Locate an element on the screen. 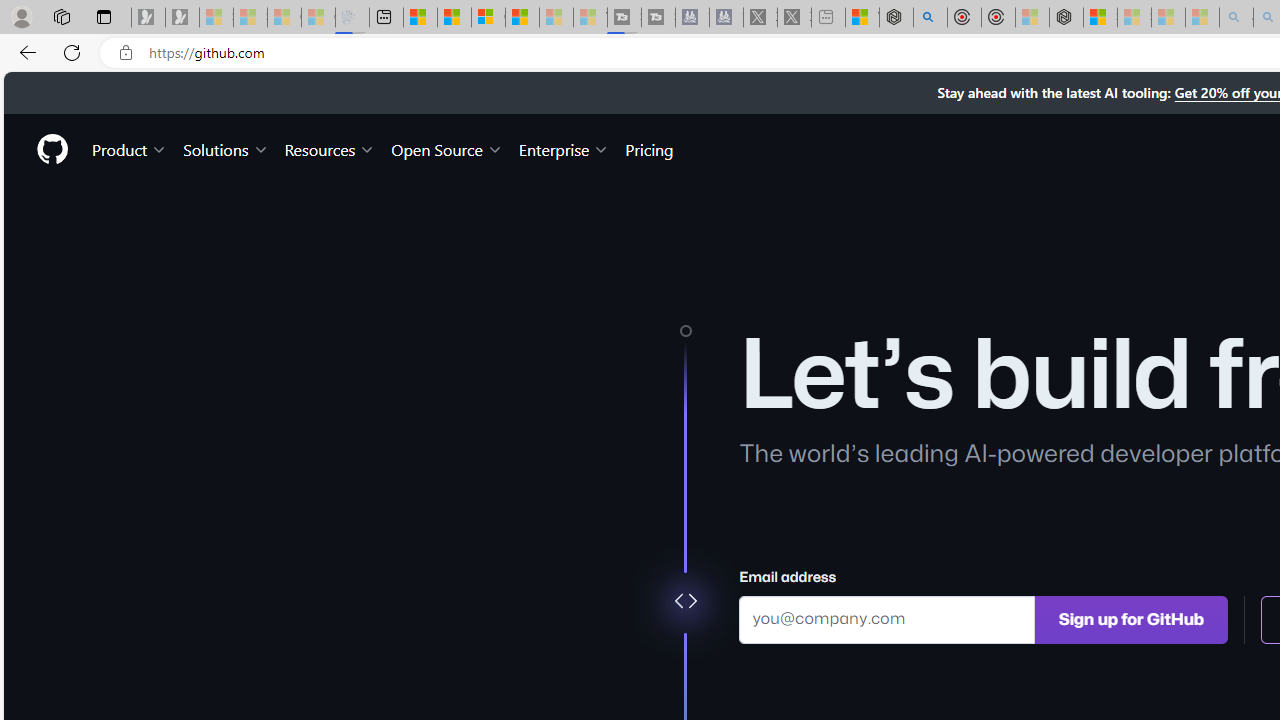 The image size is (1280, 720). 'Pricing' is located at coordinates (649, 148).